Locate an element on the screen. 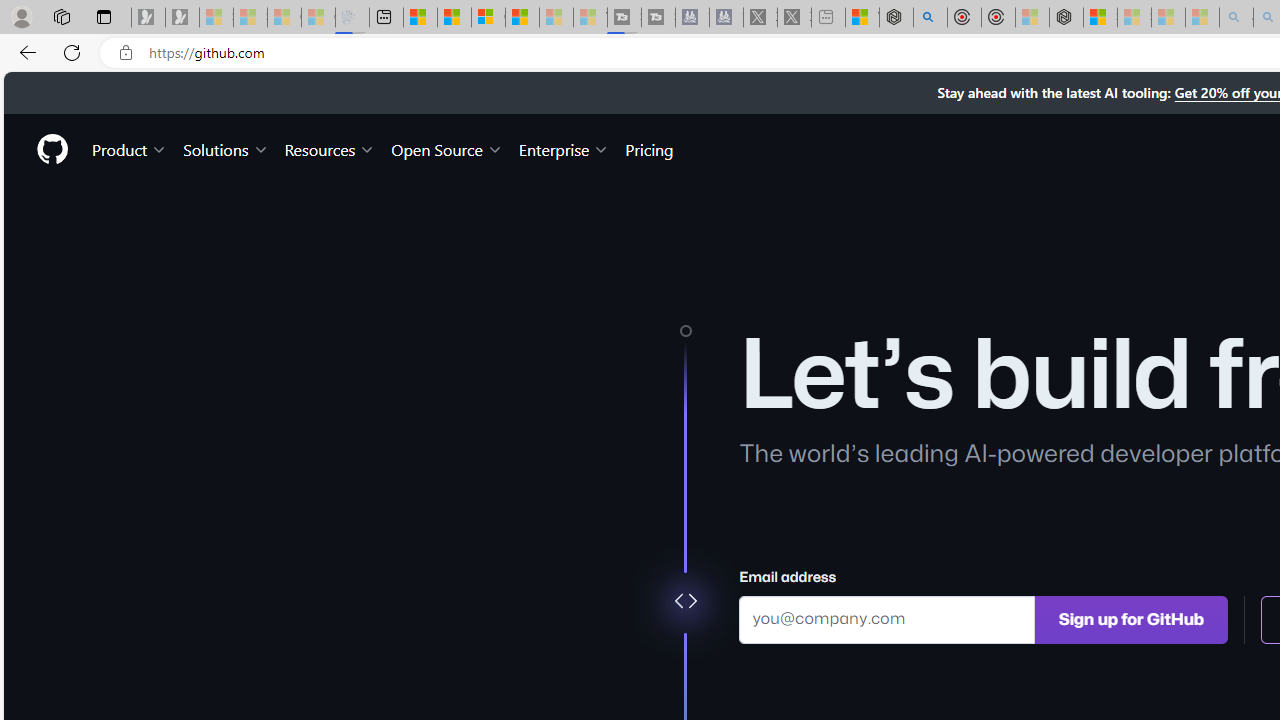 The image size is (1280, 720). 'Pricing' is located at coordinates (649, 148).